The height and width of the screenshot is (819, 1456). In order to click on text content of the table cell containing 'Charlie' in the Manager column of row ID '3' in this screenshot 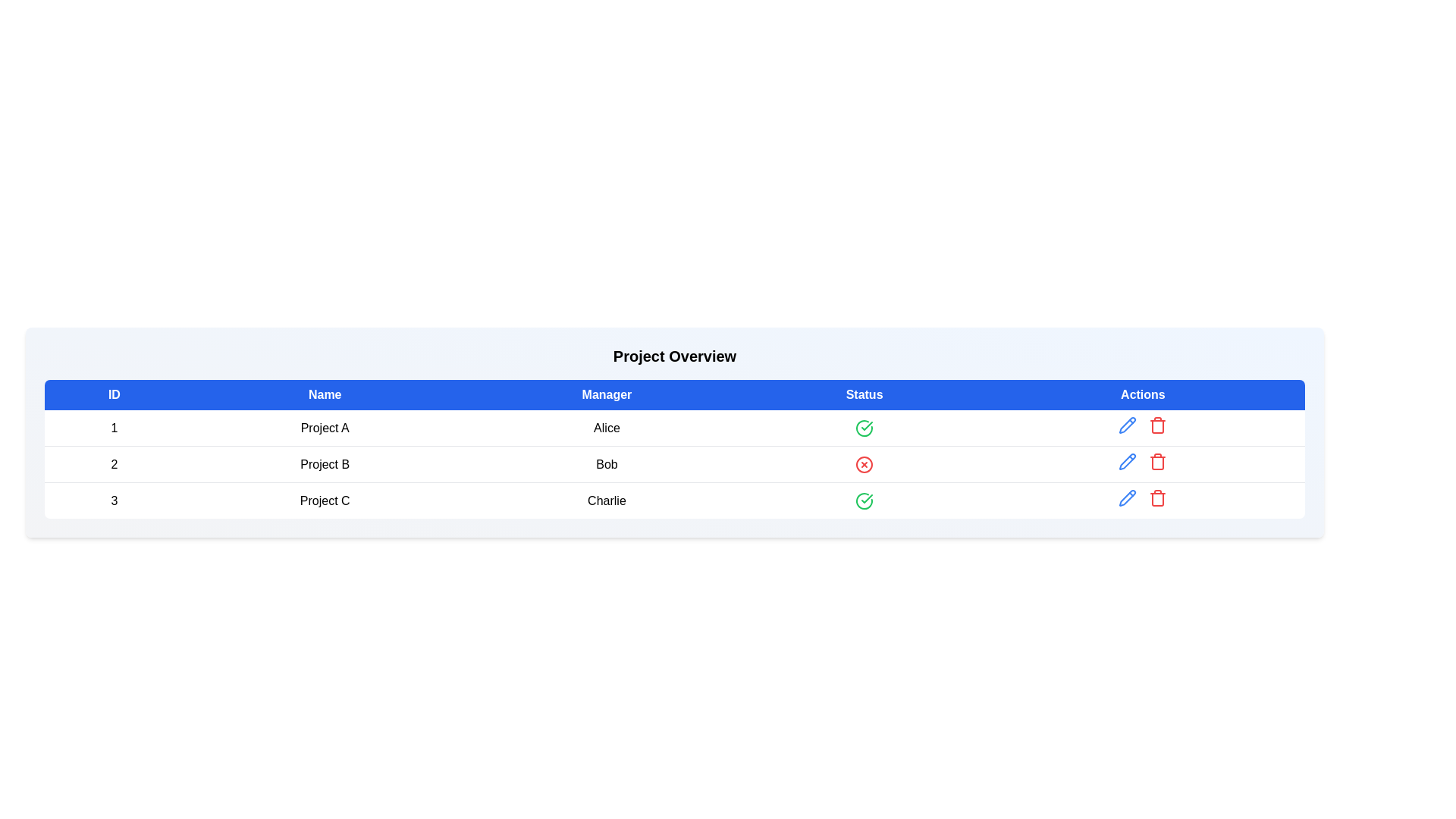, I will do `click(607, 500)`.